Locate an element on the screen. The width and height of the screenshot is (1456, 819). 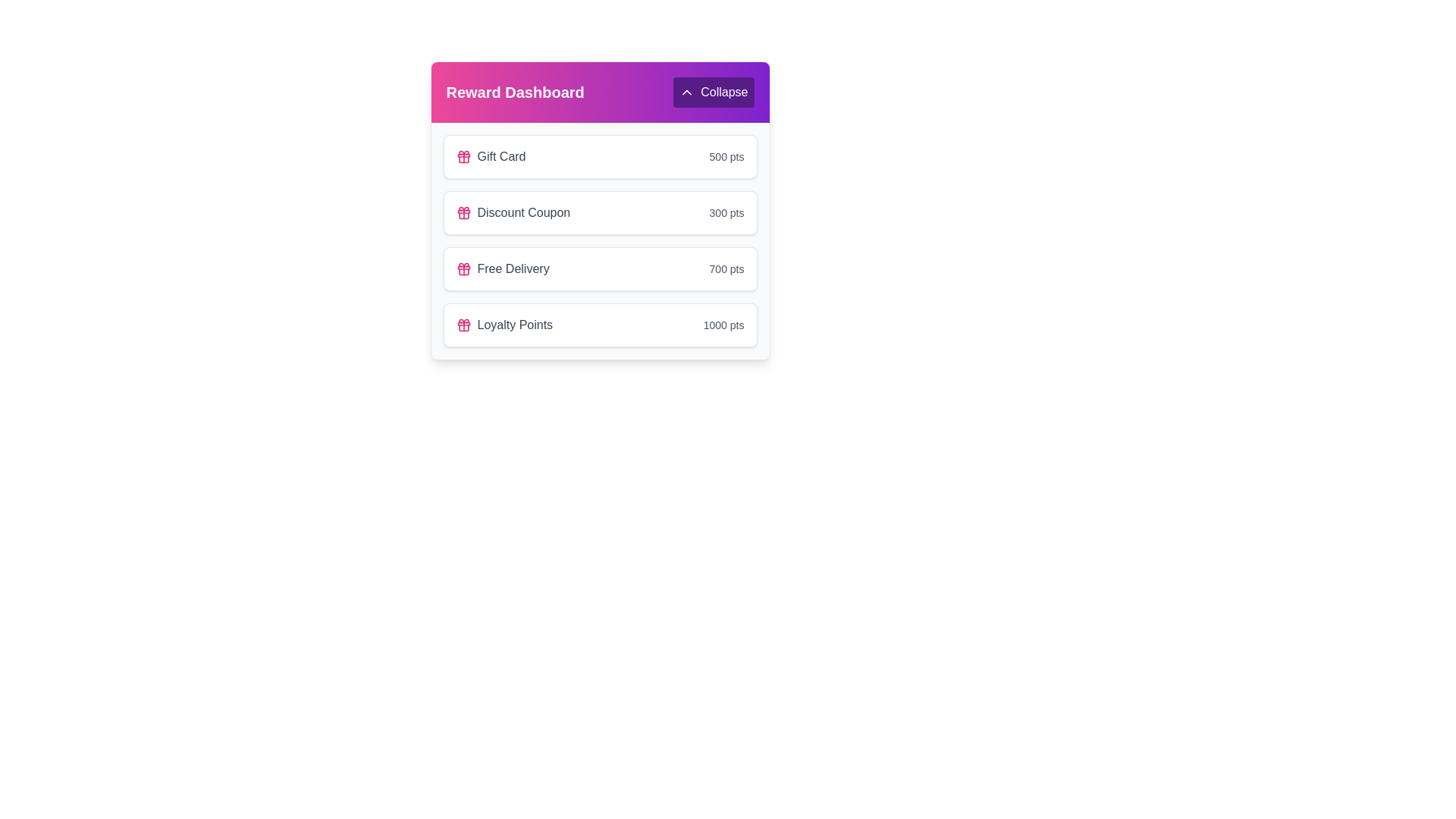
the 'Gift Card' text label, which is styled with medium font weight and gray color, located in the top-left quadrant of the 'Reward Dashboard' panel, immediately to the right of the gift icon is located at coordinates (501, 157).